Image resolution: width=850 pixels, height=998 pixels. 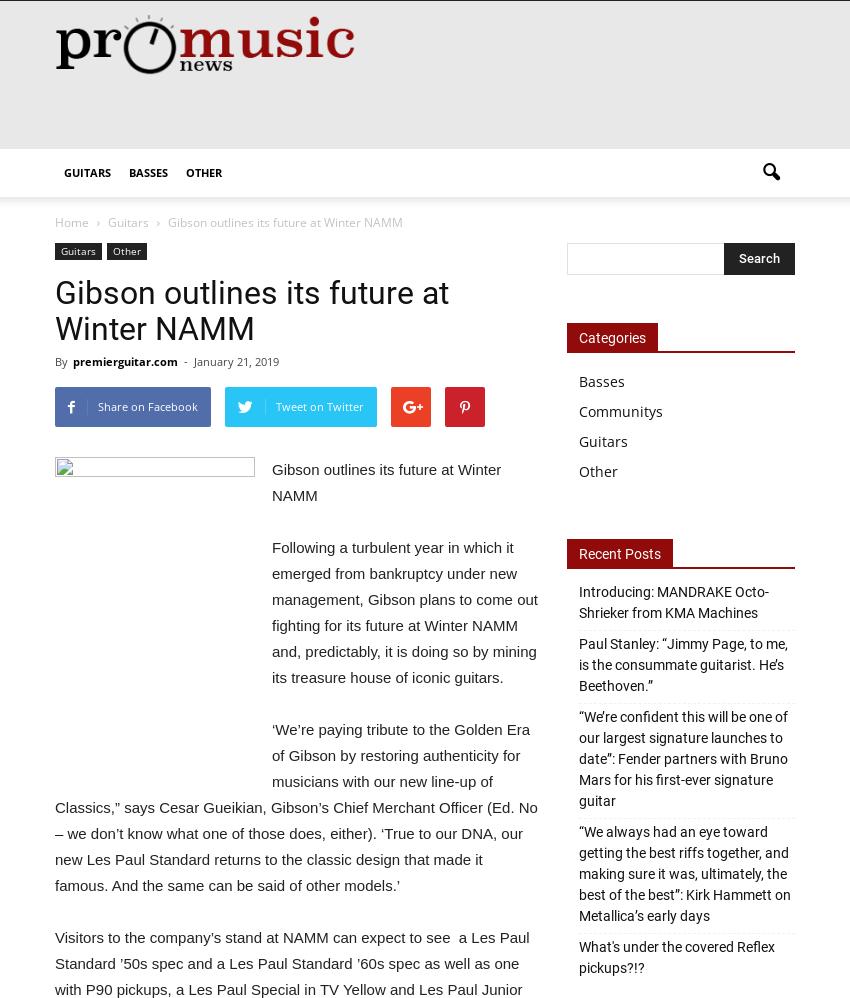 What do you see at coordinates (71, 222) in the screenshot?
I see `'Home'` at bounding box center [71, 222].